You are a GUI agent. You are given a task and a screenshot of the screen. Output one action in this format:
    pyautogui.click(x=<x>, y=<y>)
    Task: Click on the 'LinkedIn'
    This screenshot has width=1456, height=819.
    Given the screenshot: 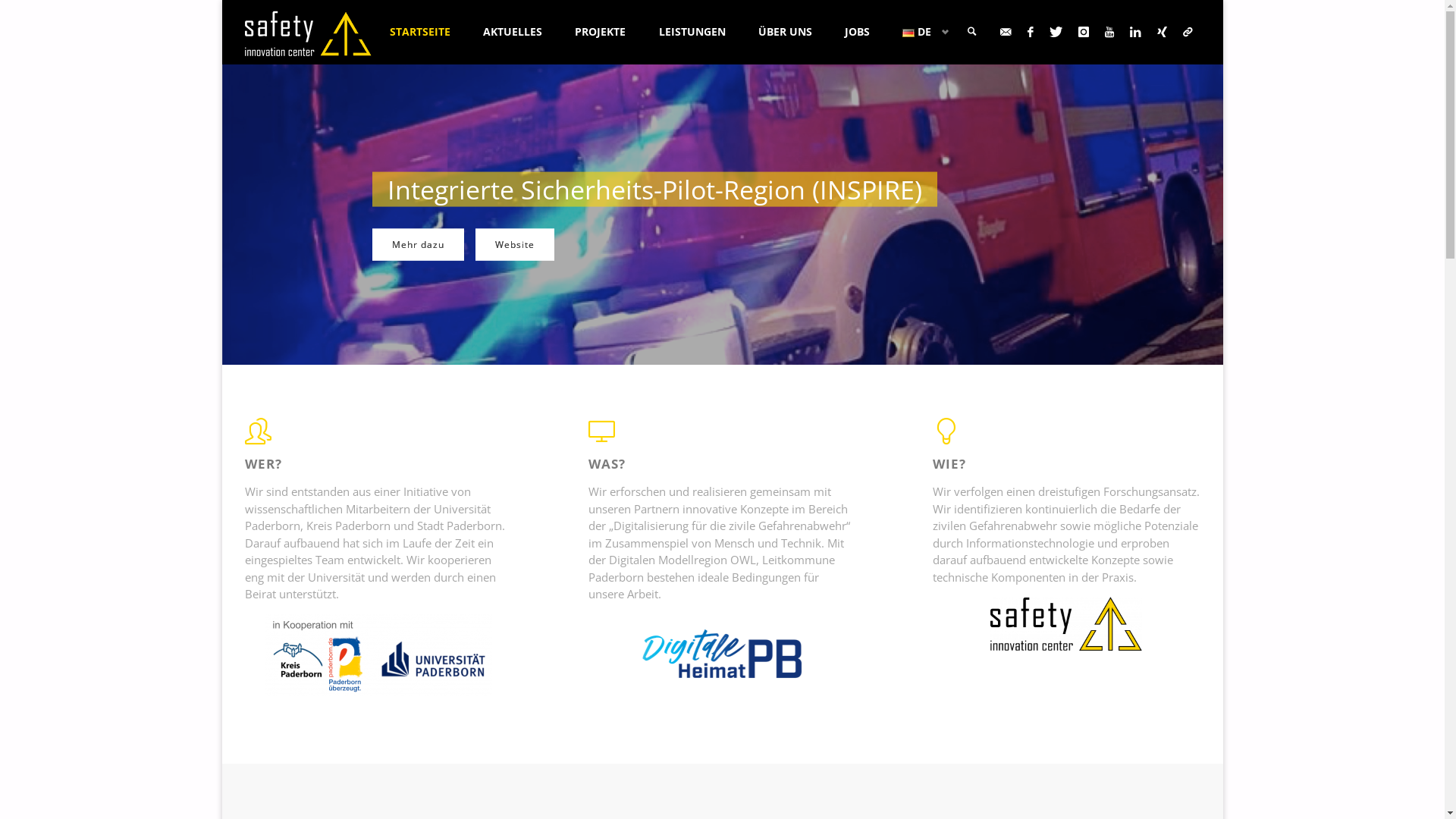 What is the action you would take?
    pyautogui.click(x=1122, y=32)
    